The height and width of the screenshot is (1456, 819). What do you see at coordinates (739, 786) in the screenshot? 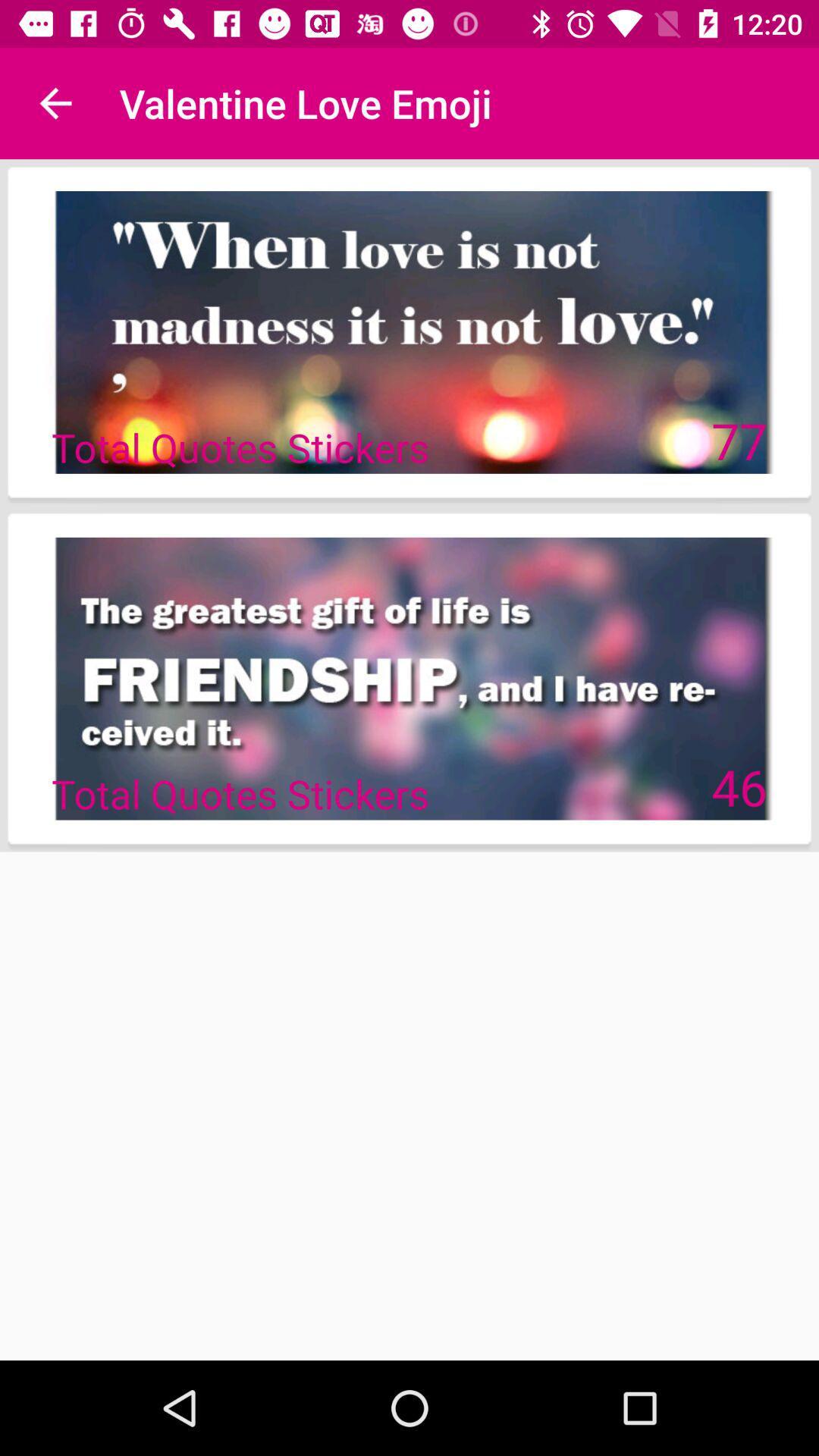
I see `46 icon` at bounding box center [739, 786].